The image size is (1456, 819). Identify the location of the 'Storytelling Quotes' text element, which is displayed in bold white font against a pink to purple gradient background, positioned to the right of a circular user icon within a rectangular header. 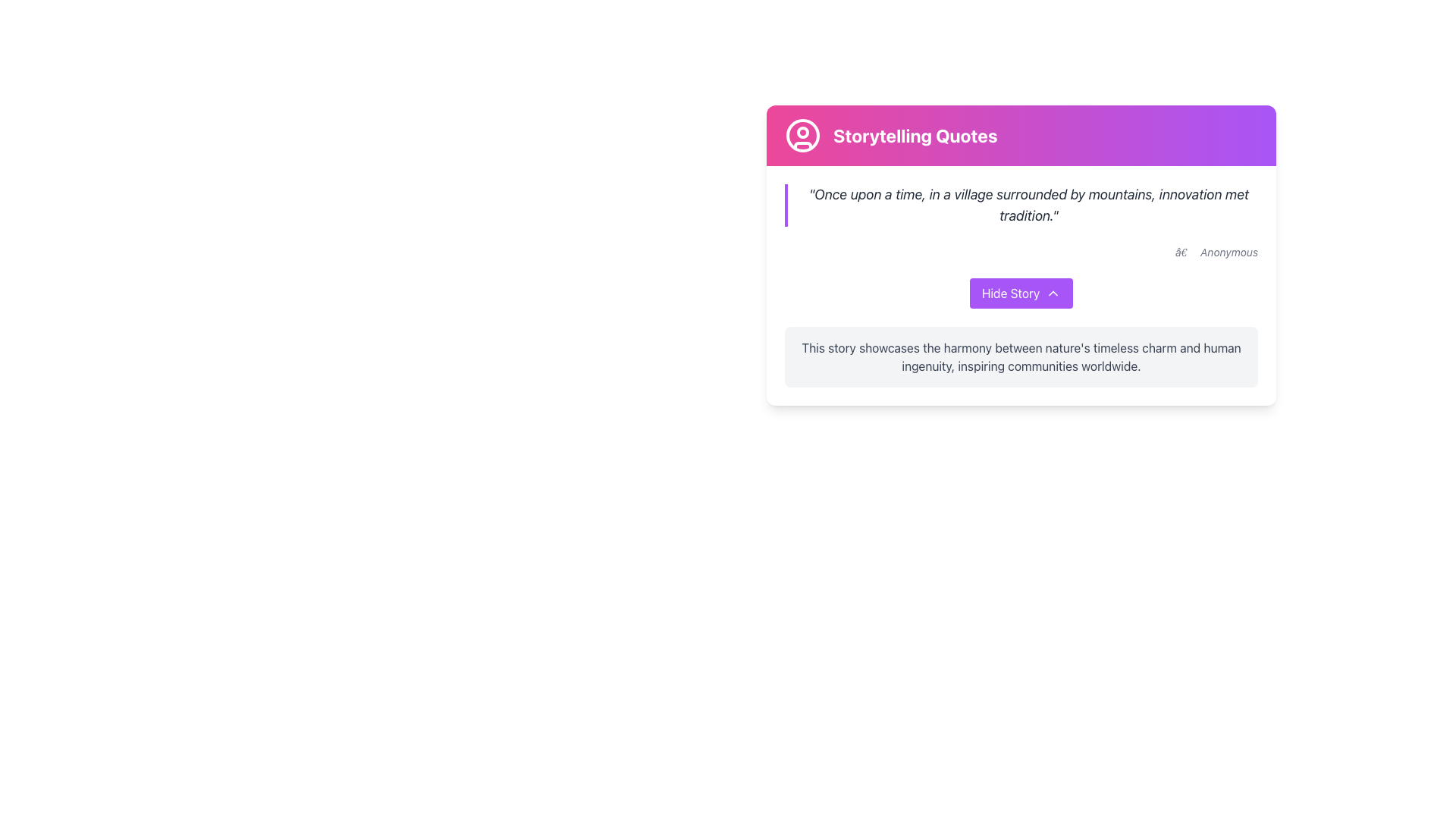
(915, 134).